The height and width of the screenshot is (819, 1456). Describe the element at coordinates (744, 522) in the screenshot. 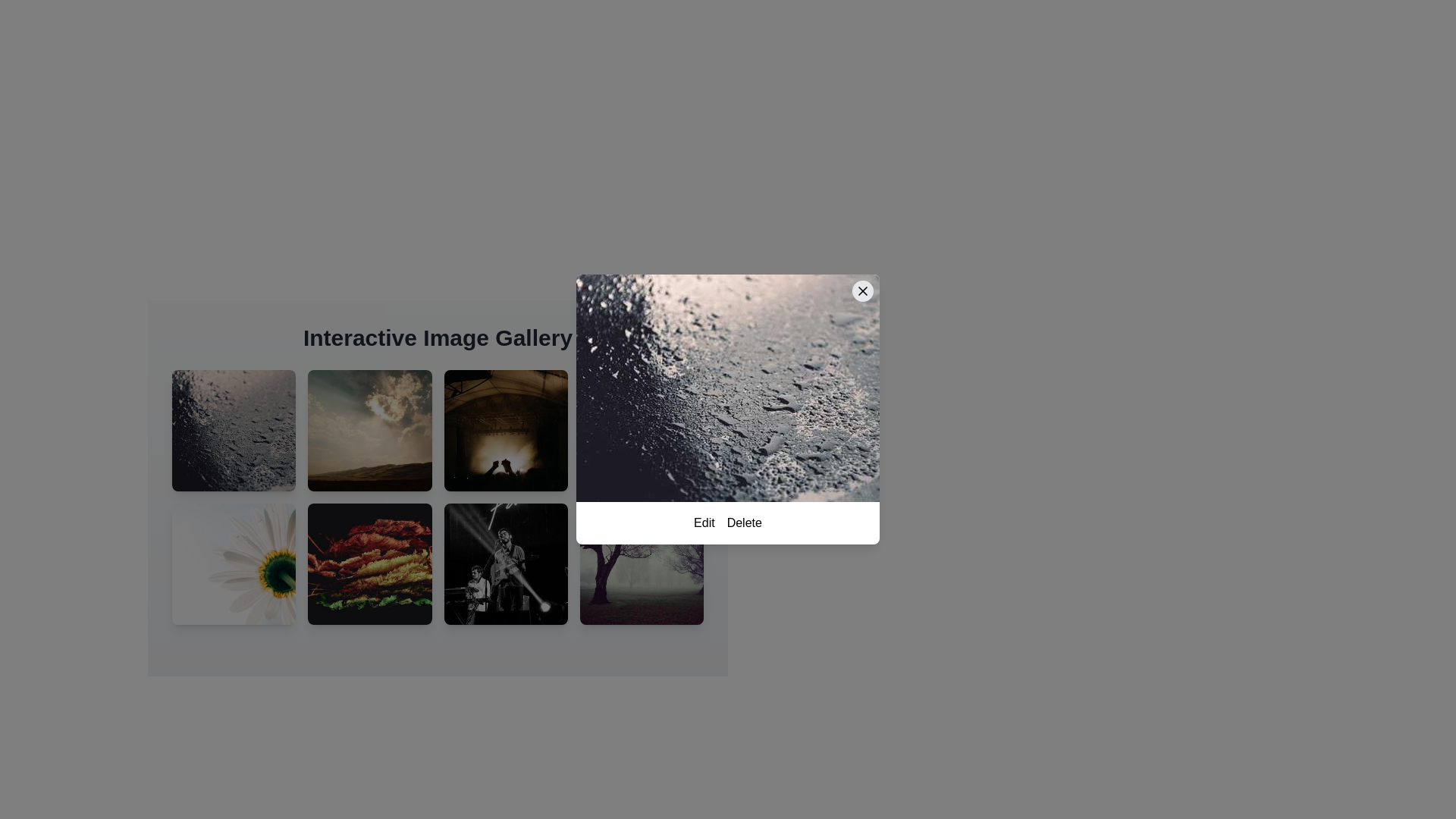

I see `the 'Delete' button located to the right of the 'Edit' button at the bottom-right section of the modal interface` at that location.